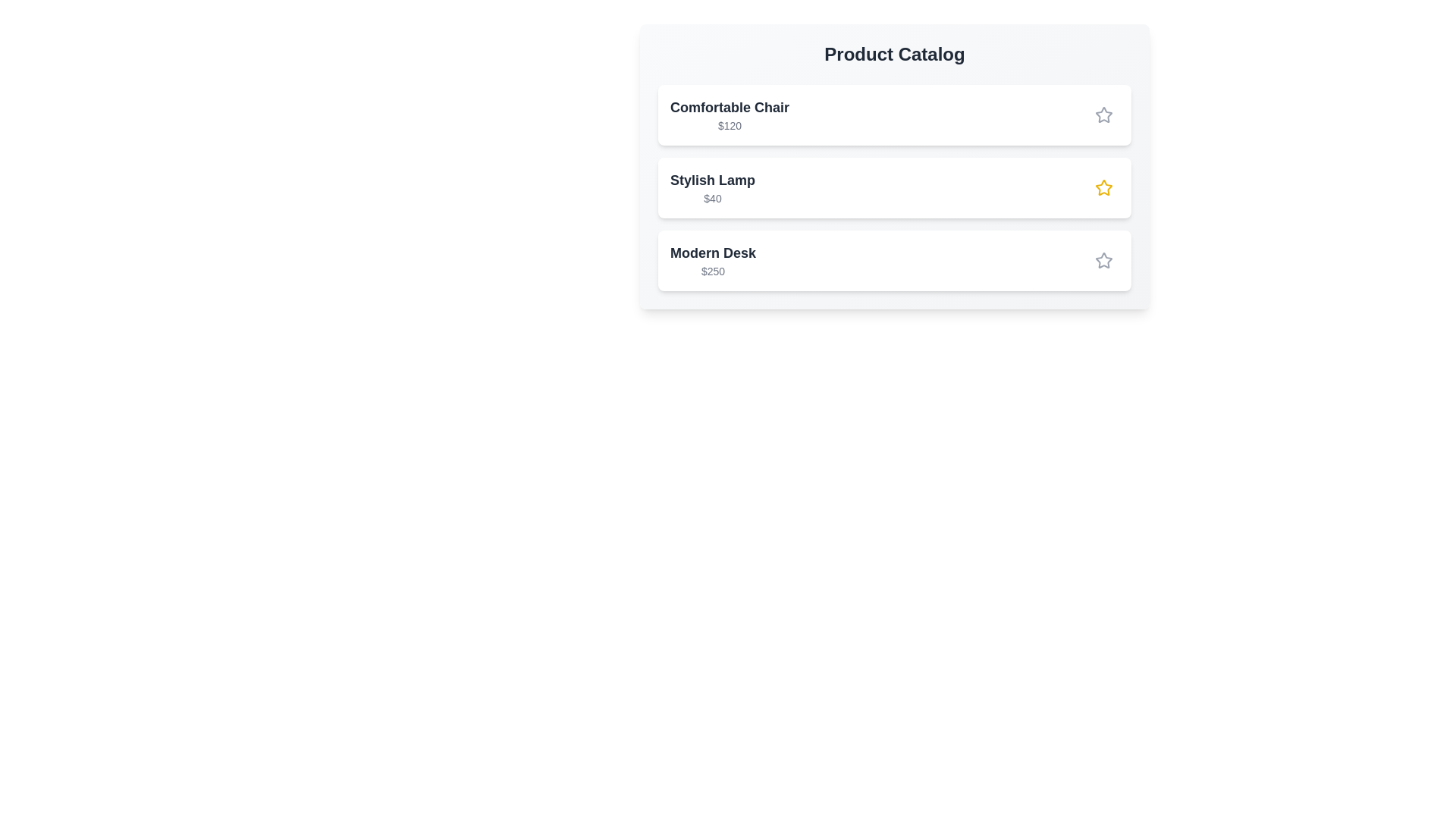  Describe the element at coordinates (895, 187) in the screenshot. I see `the product Stylish Lamp in the catalog for inspection` at that location.